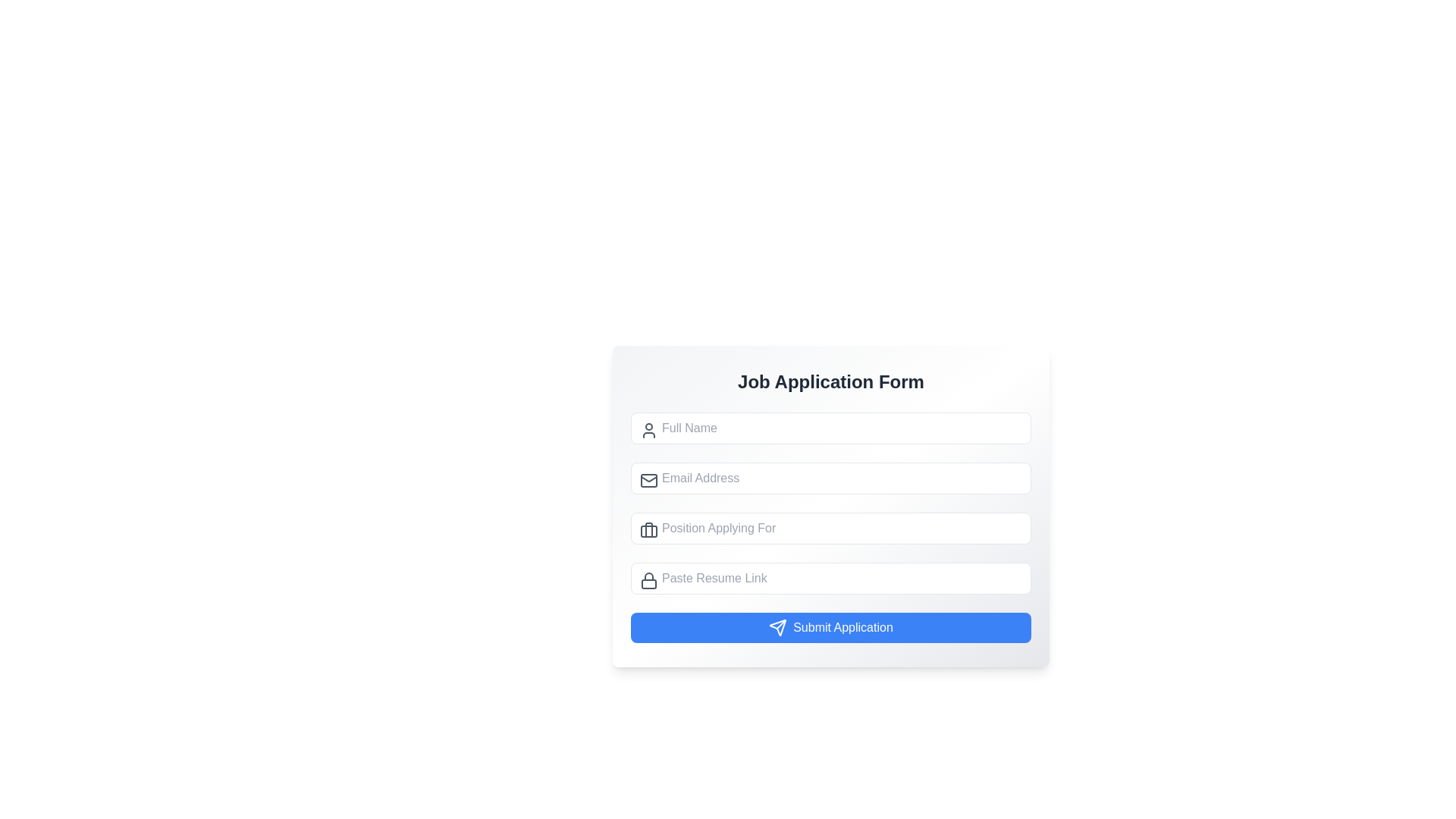  What do you see at coordinates (648, 430) in the screenshot?
I see `the decorative icon located on the left side of the 'Full Name' text input field to indicate that the associated input field is for entering a user's name` at bounding box center [648, 430].